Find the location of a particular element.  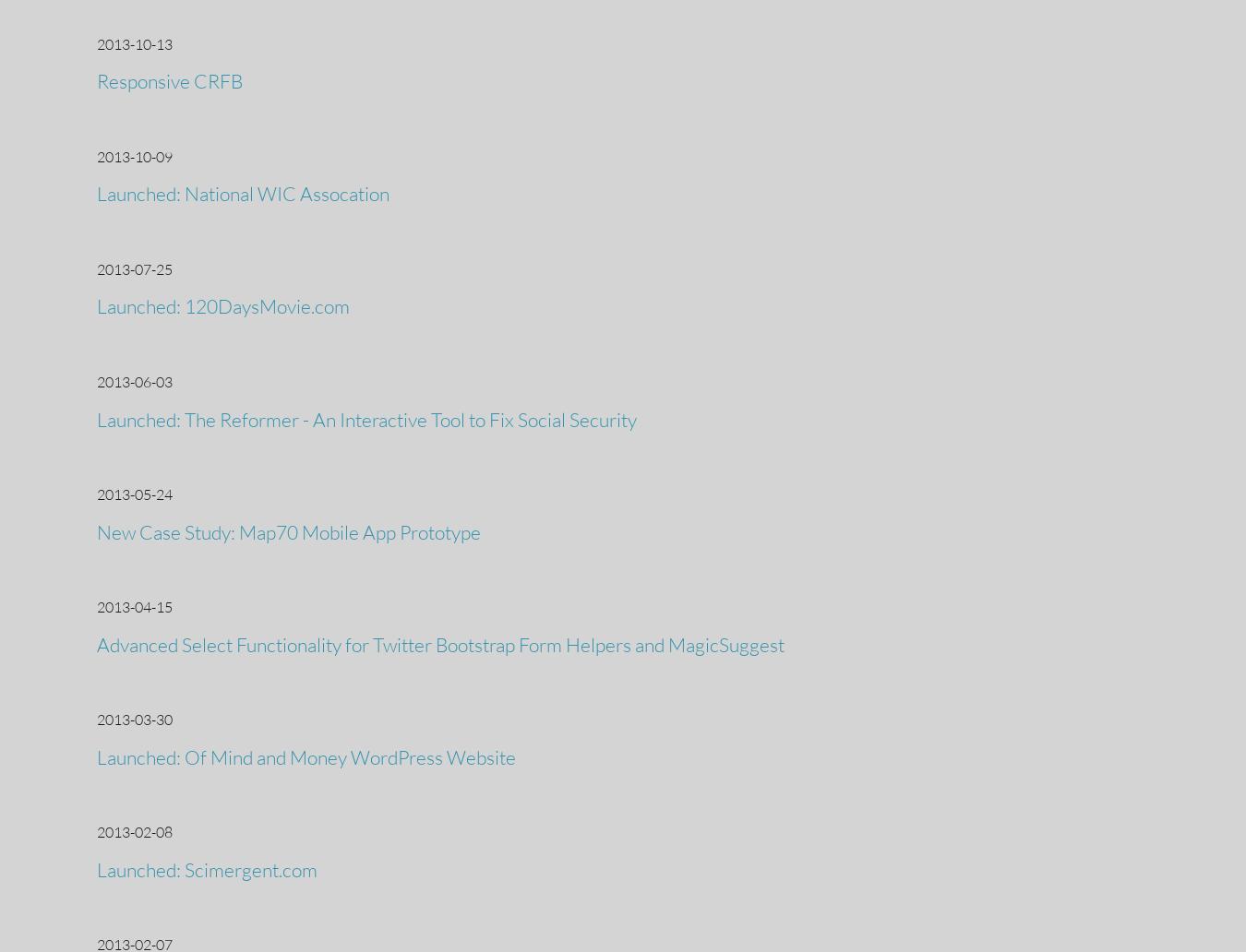

'Launched: Scimergent.com' is located at coordinates (207, 868).